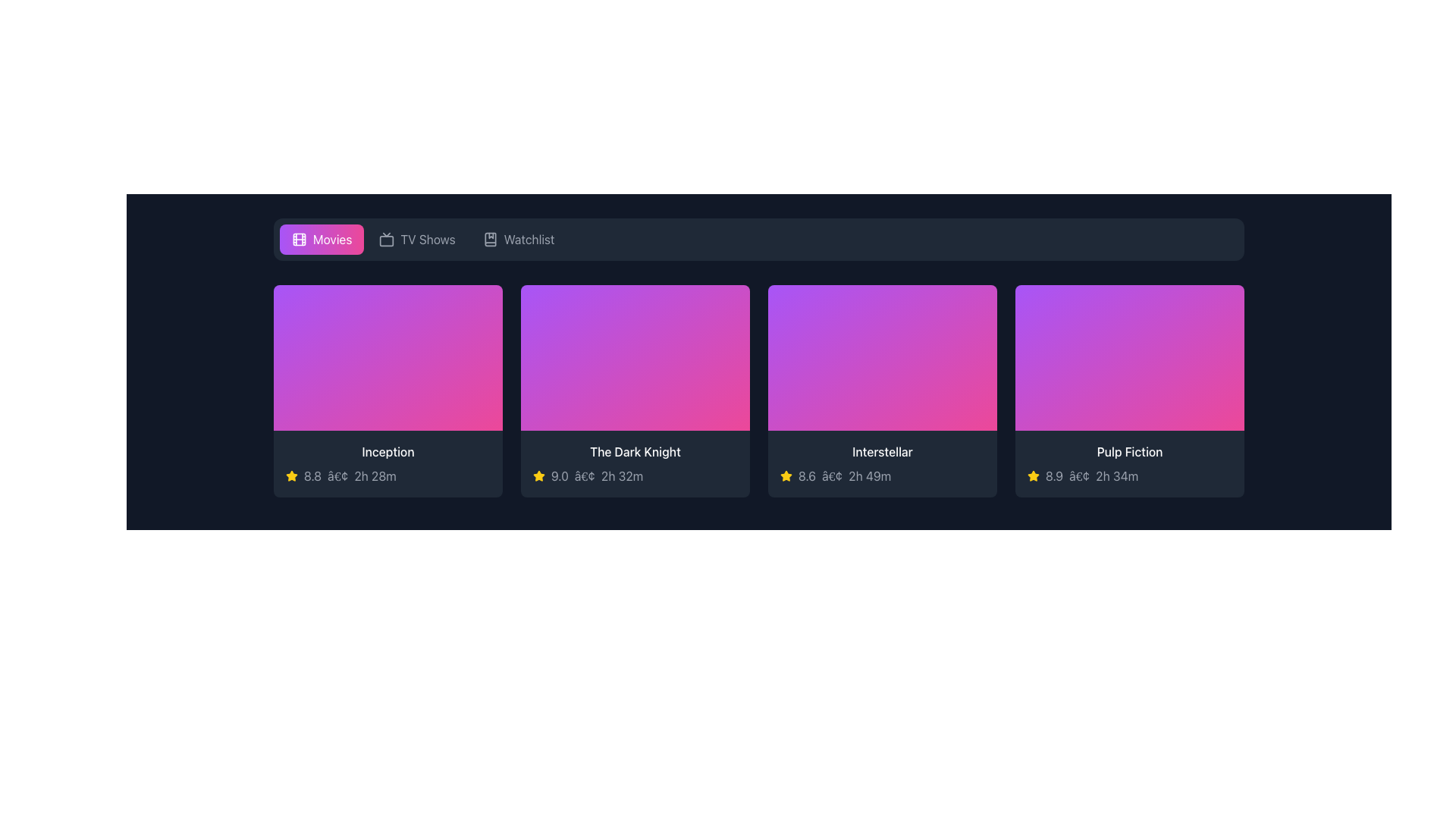 The width and height of the screenshot is (1456, 819). What do you see at coordinates (635, 475) in the screenshot?
I see `the rating and duration information for the movie 'The Dark Knight', which is displayed as text along with an icon, positioned at the bottom of the movie card` at bounding box center [635, 475].